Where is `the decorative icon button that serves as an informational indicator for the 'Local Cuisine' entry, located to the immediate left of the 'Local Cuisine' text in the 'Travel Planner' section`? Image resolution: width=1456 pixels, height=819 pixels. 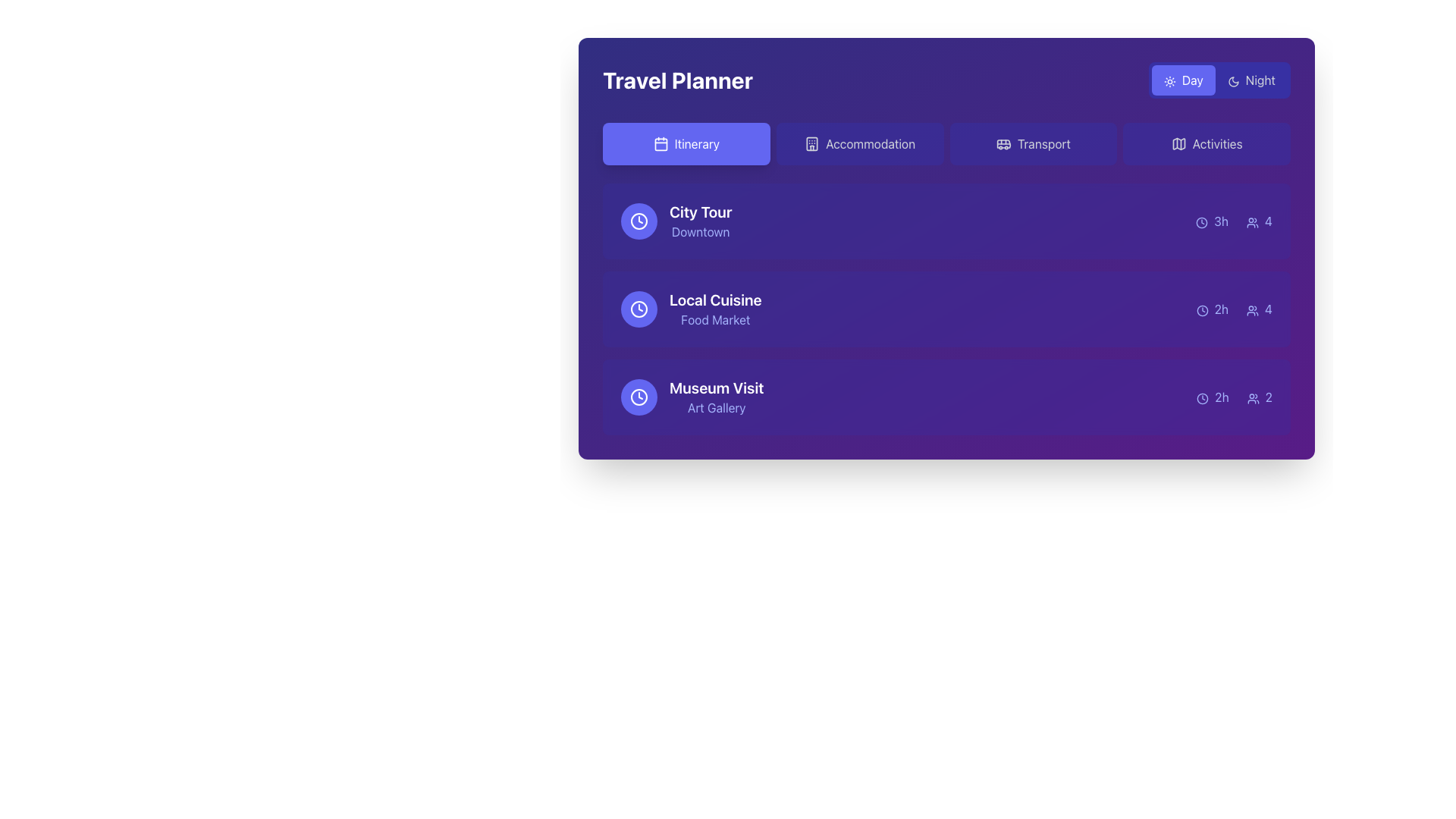
the decorative icon button that serves as an informational indicator for the 'Local Cuisine' entry, located to the immediate left of the 'Local Cuisine' text in the 'Travel Planner' section is located at coordinates (639, 309).